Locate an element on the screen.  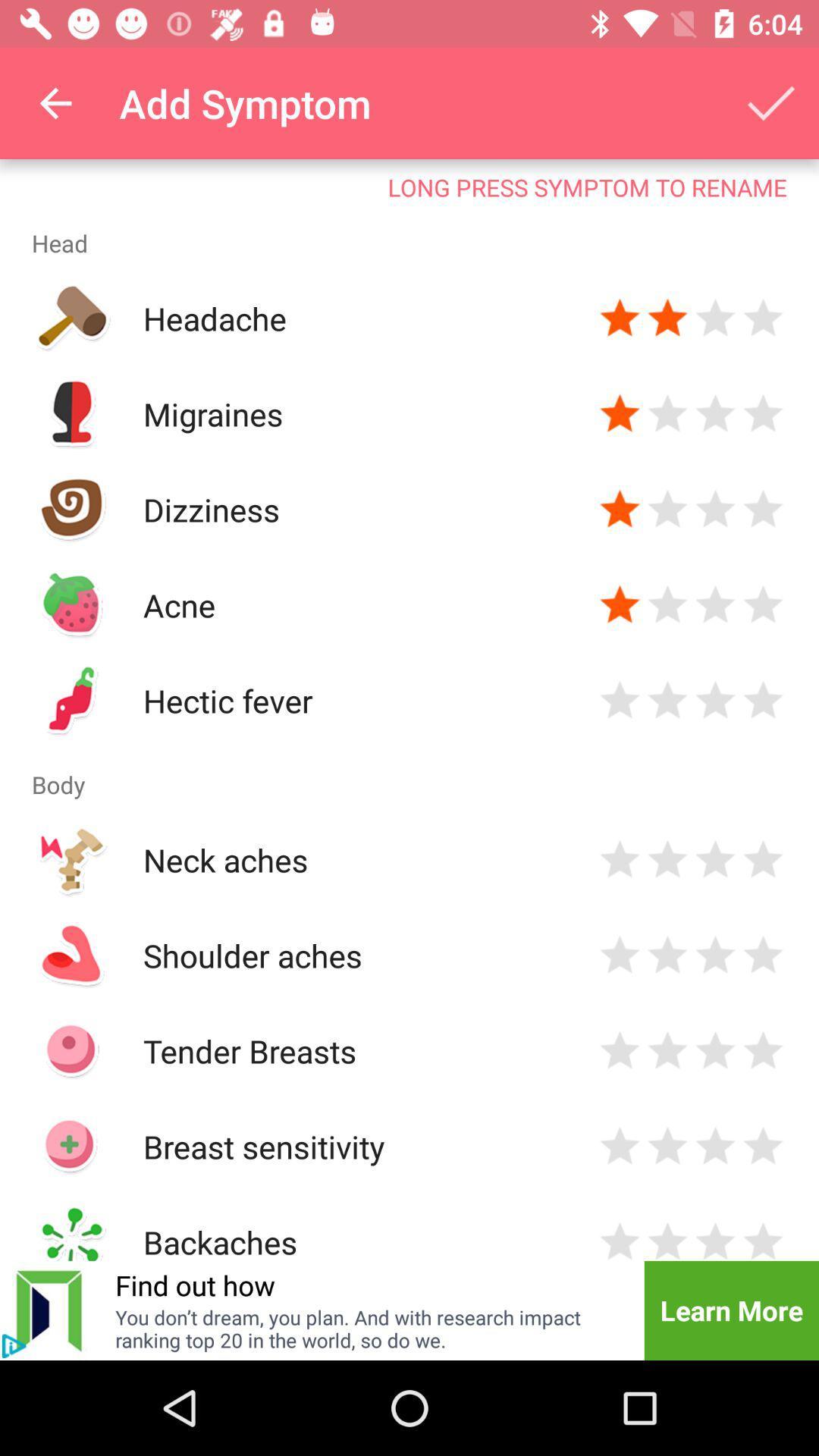
rate dizziness 3 stars is located at coordinates (715, 510).